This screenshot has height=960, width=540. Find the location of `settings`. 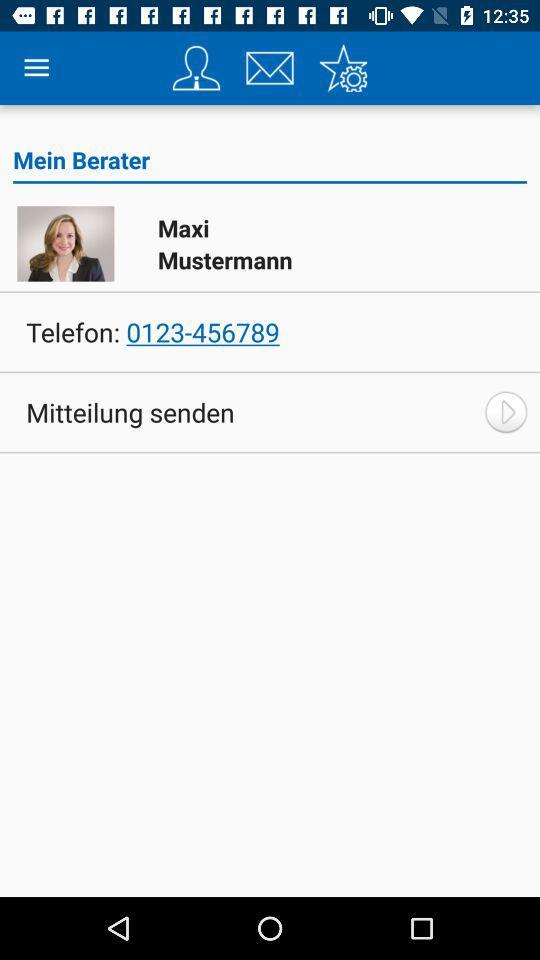

settings is located at coordinates (342, 68).